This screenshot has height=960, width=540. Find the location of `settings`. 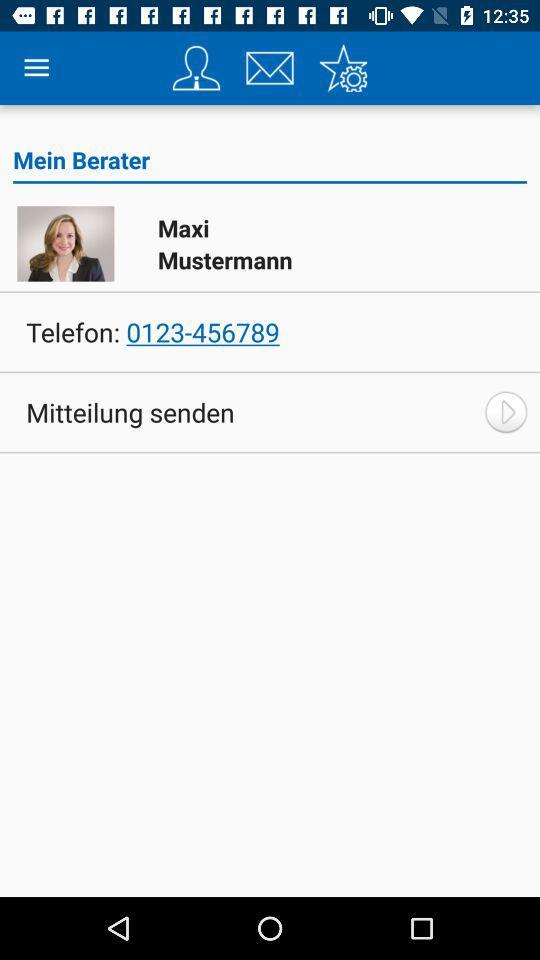

settings is located at coordinates (342, 68).